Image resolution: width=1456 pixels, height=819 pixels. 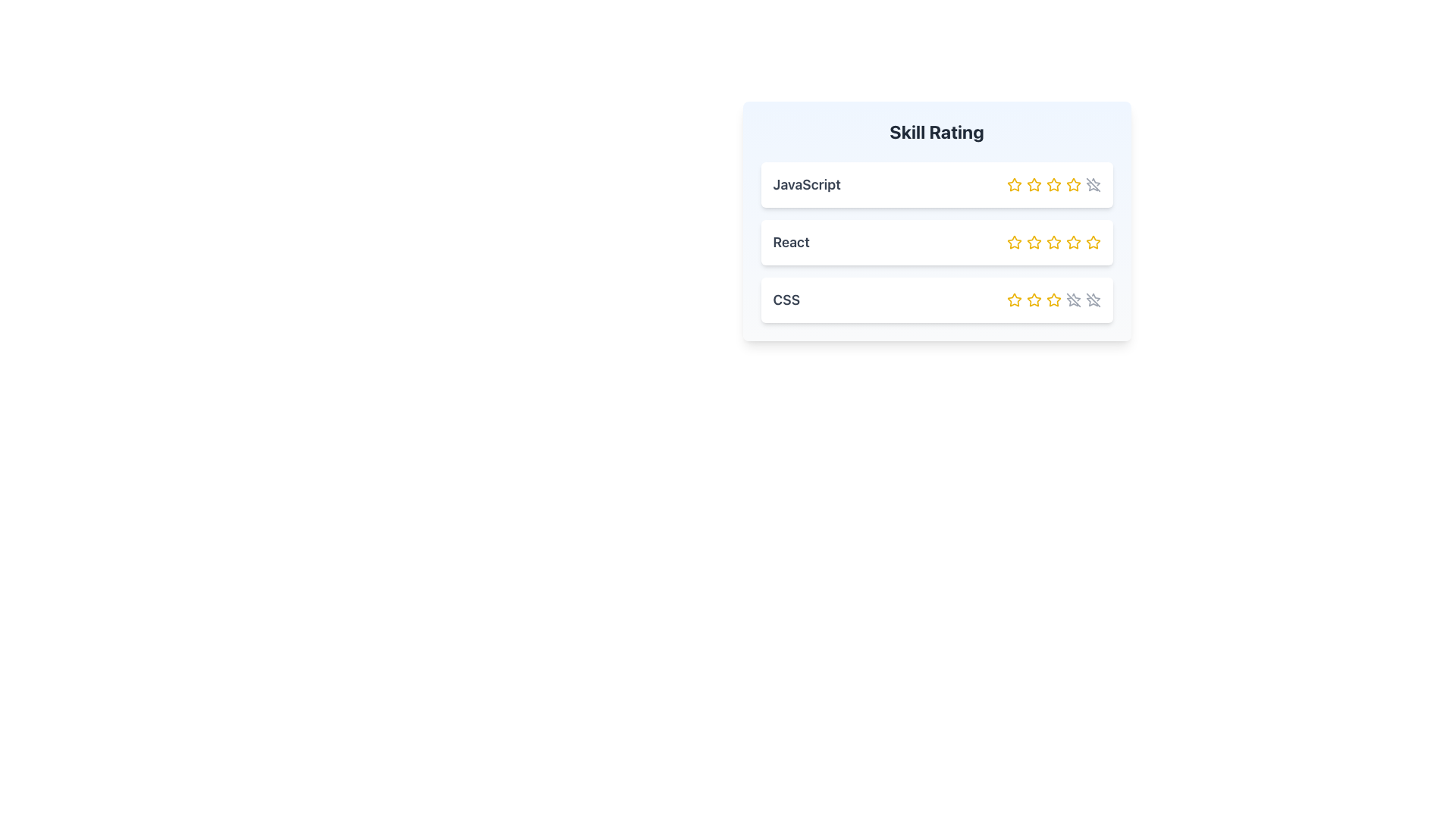 What do you see at coordinates (1093, 242) in the screenshot?
I see `the fifth interactive star icon in the second row of the skill rating interface to rate the React skill with 5 stars` at bounding box center [1093, 242].